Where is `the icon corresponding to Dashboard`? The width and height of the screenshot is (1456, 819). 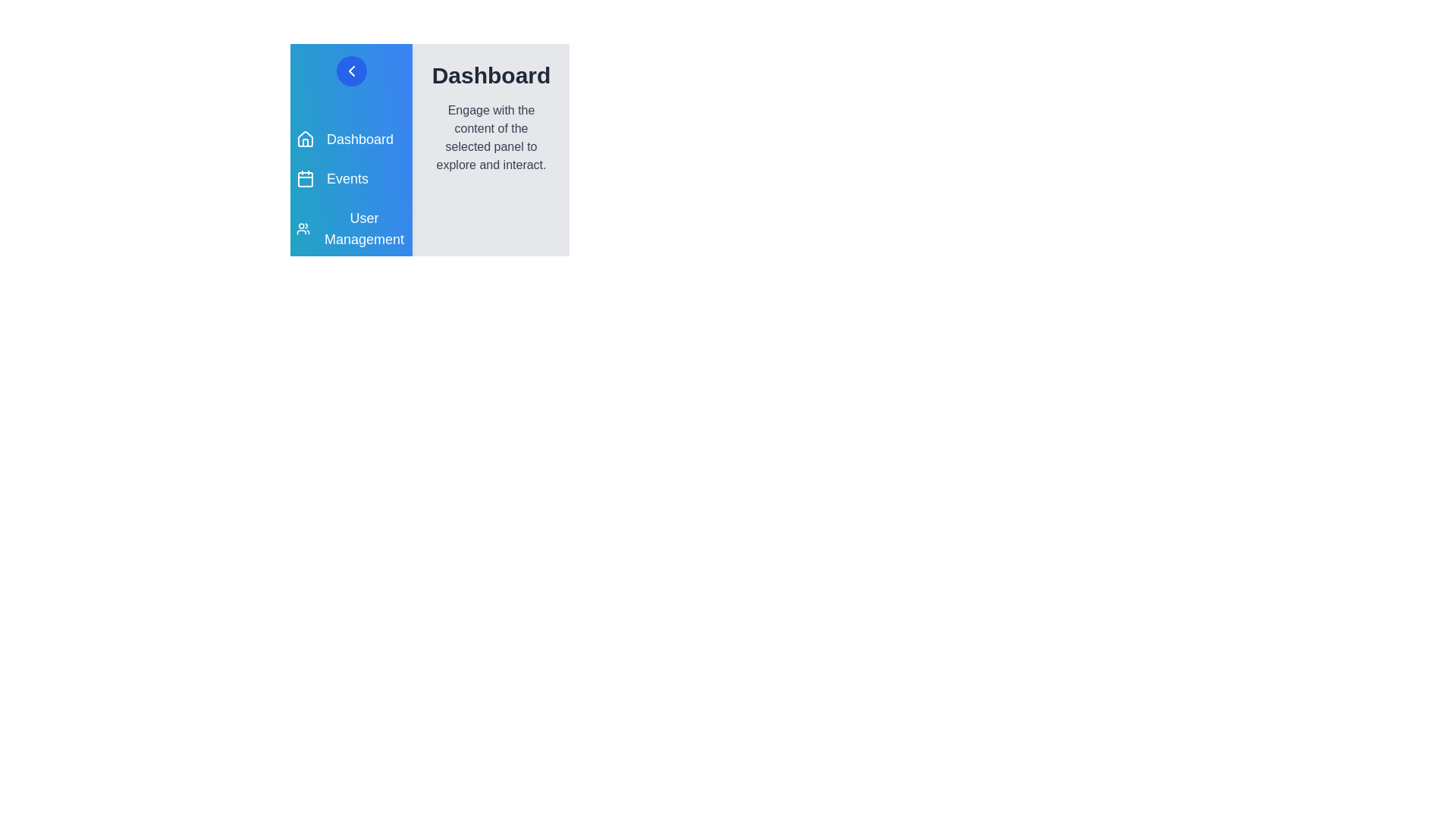 the icon corresponding to Dashboard is located at coordinates (305, 140).